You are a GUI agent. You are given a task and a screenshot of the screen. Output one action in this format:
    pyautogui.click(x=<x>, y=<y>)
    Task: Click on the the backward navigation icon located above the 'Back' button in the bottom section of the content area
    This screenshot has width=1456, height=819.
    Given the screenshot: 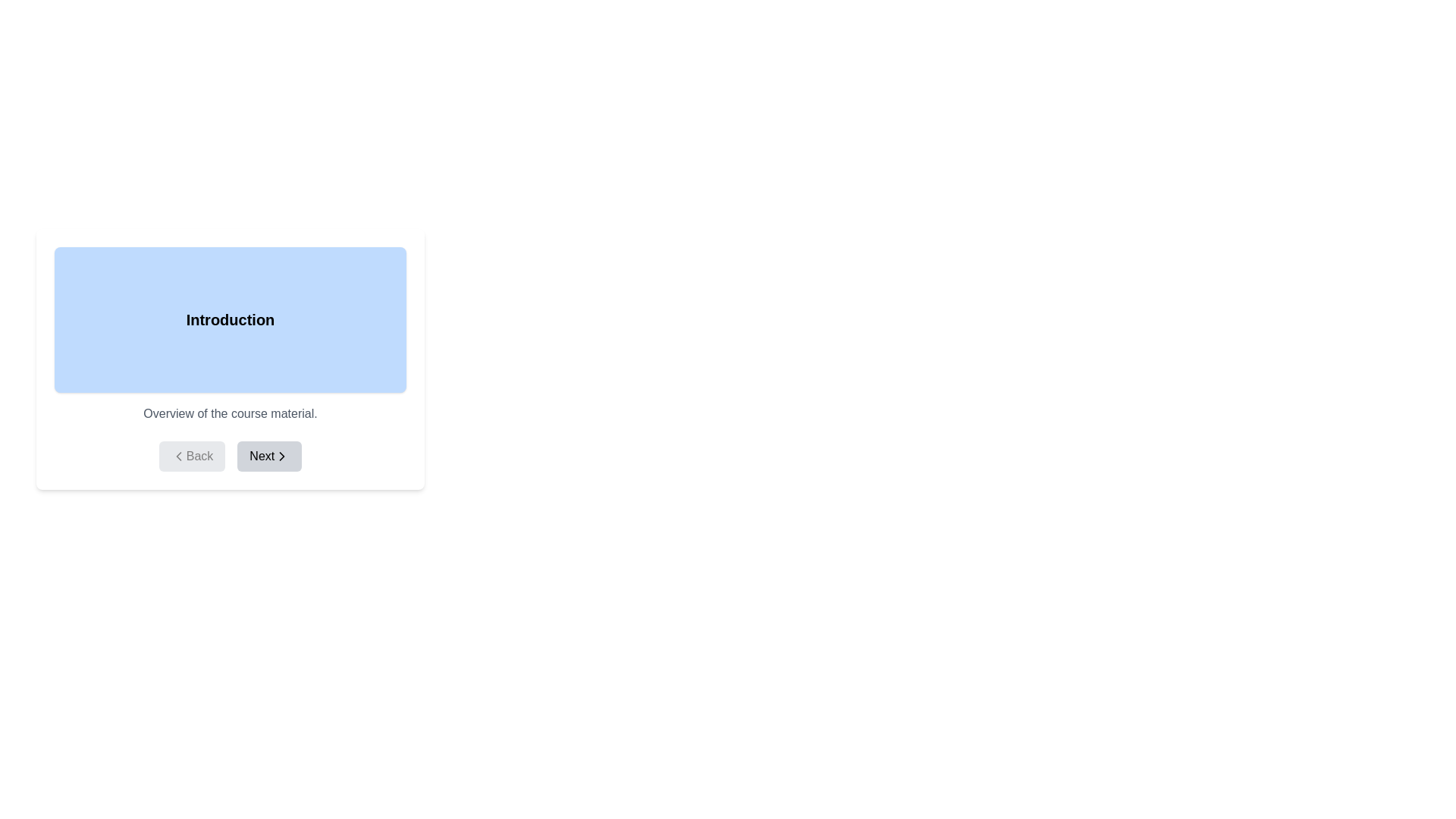 What is the action you would take?
    pyautogui.click(x=178, y=455)
    